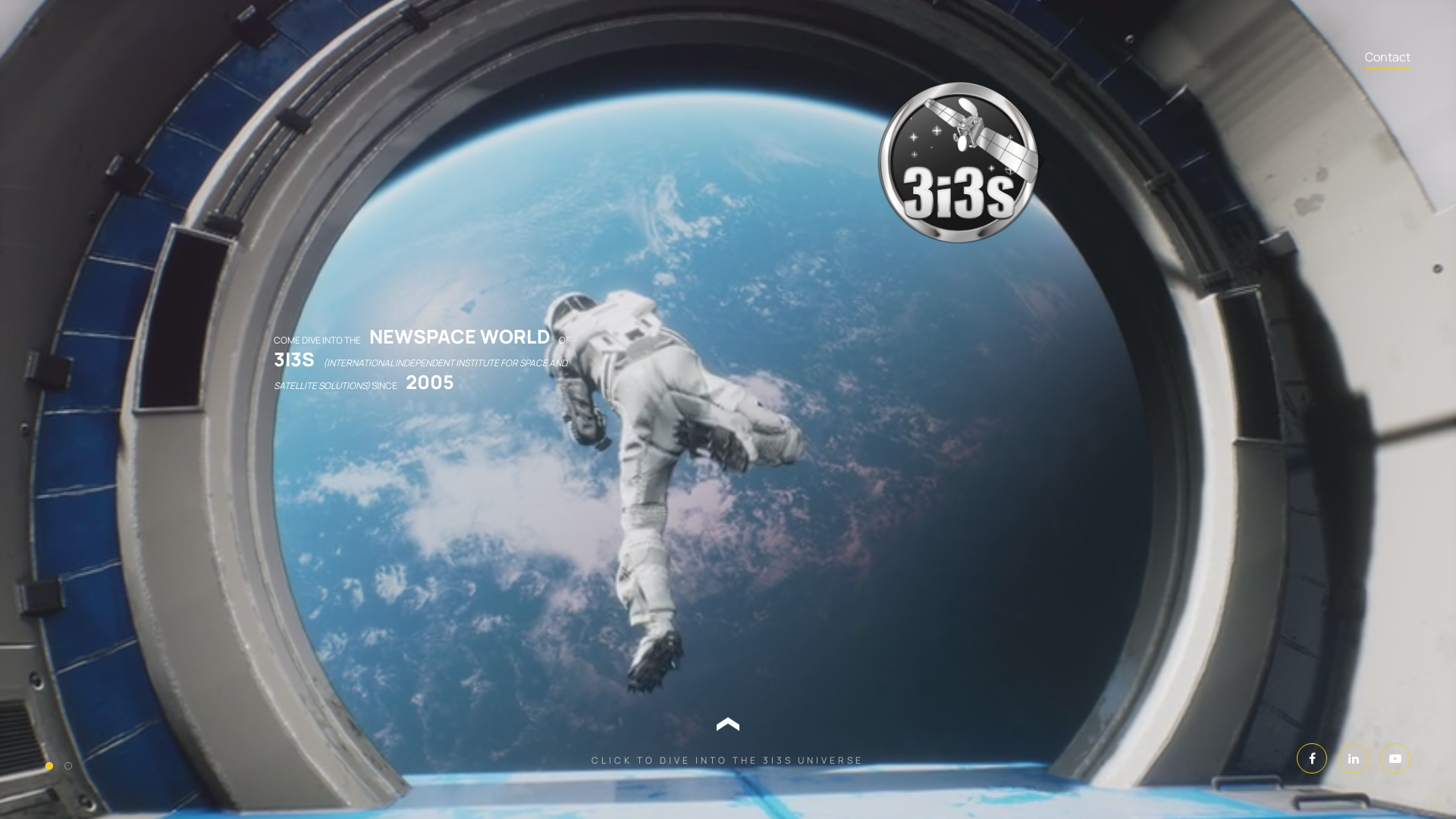 The width and height of the screenshot is (1456, 819). What do you see at coordinates (1387, 56) in the screenshot?
I see `'Contact'` at bounding box center [1387, 56].